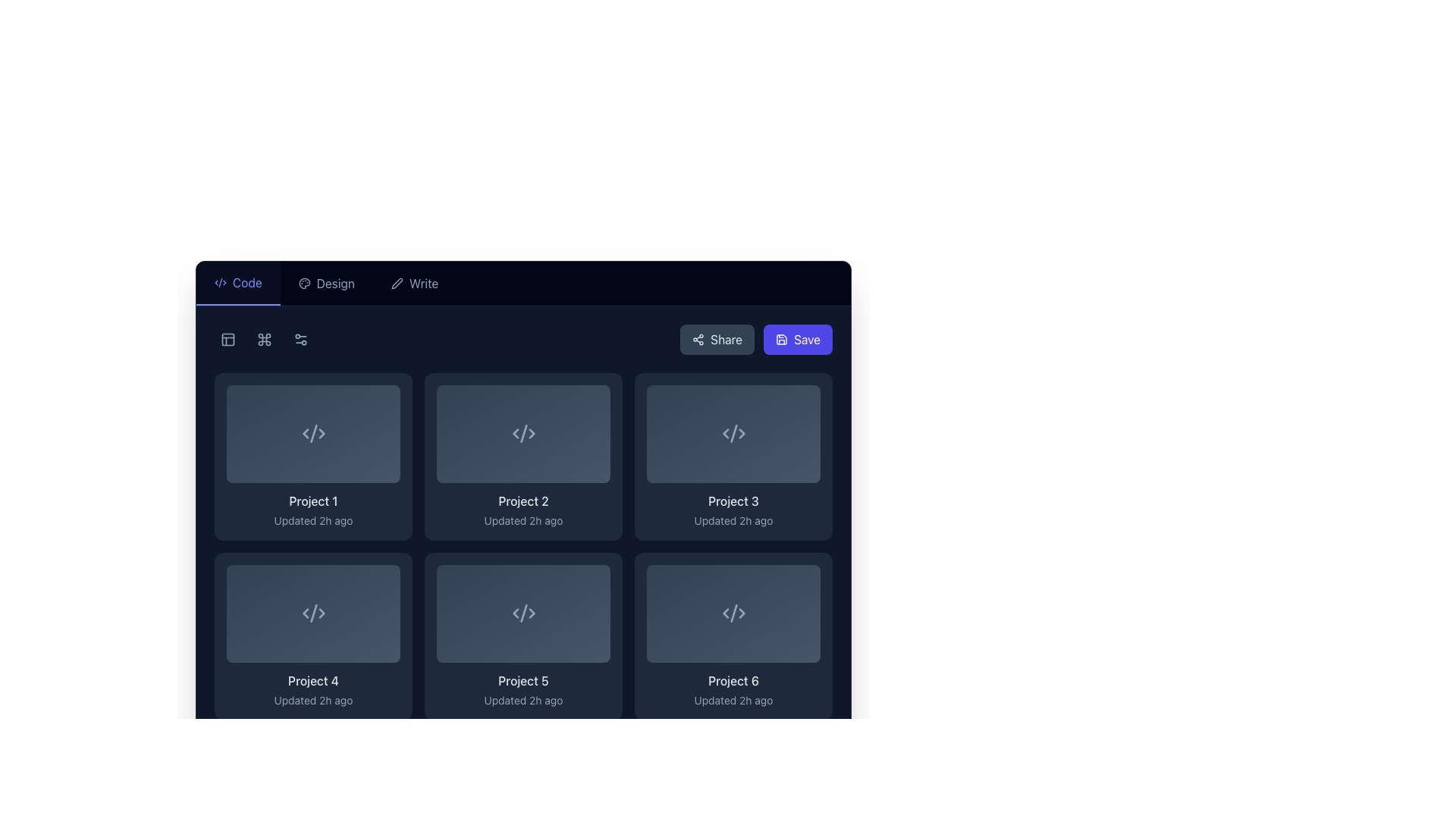 The width and height of the screenshot is (1456, 819). What do you see at coordinates (733, 434) in the screenshot?
I see `the graphical icon representing the symbols '<>' with a central dash, located within the dark blue card labeled 'Project 3'` at bounding box center [733, 434].